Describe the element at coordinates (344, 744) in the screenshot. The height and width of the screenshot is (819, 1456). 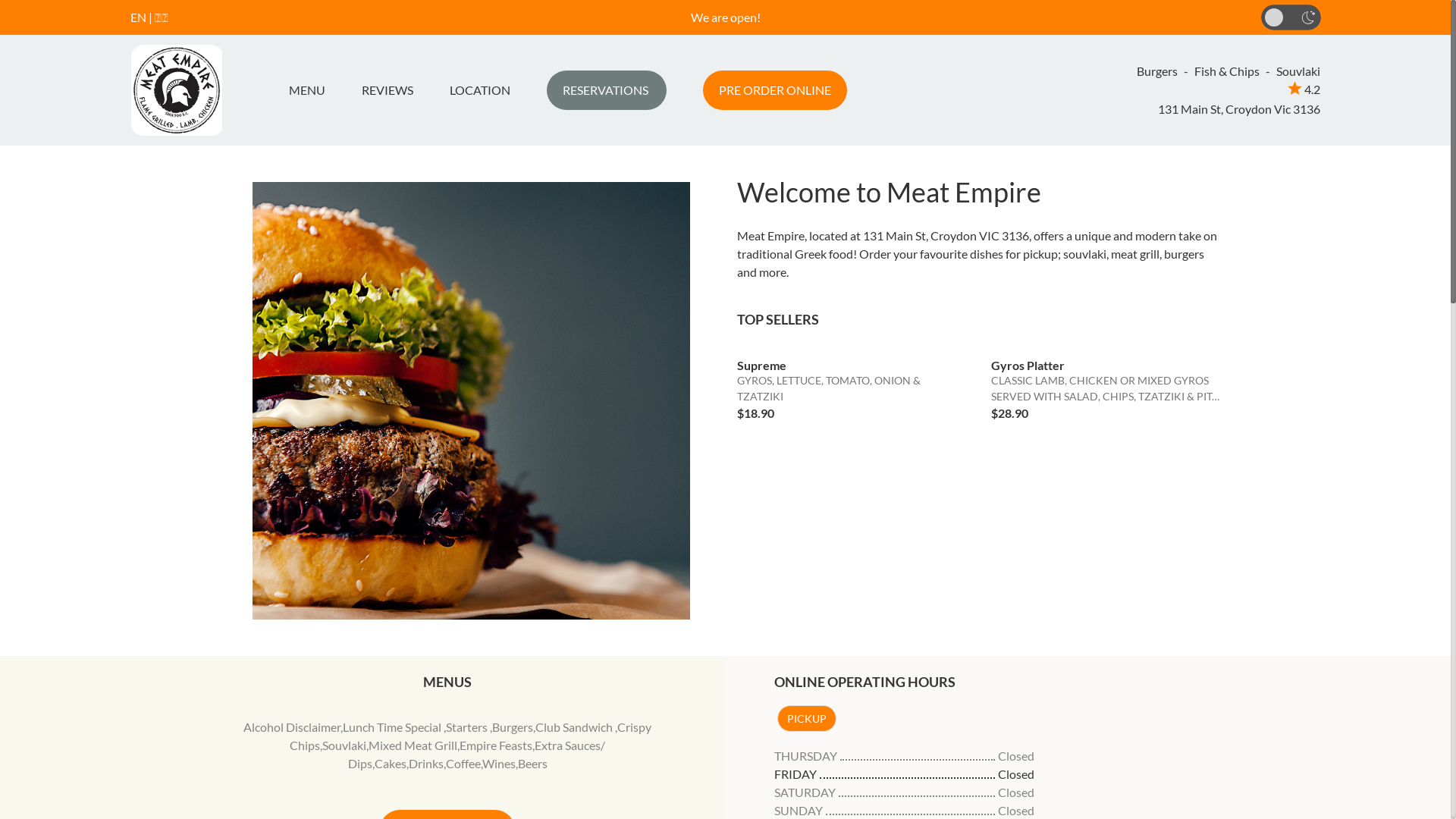
I see `'Souvlaki'` at that location.